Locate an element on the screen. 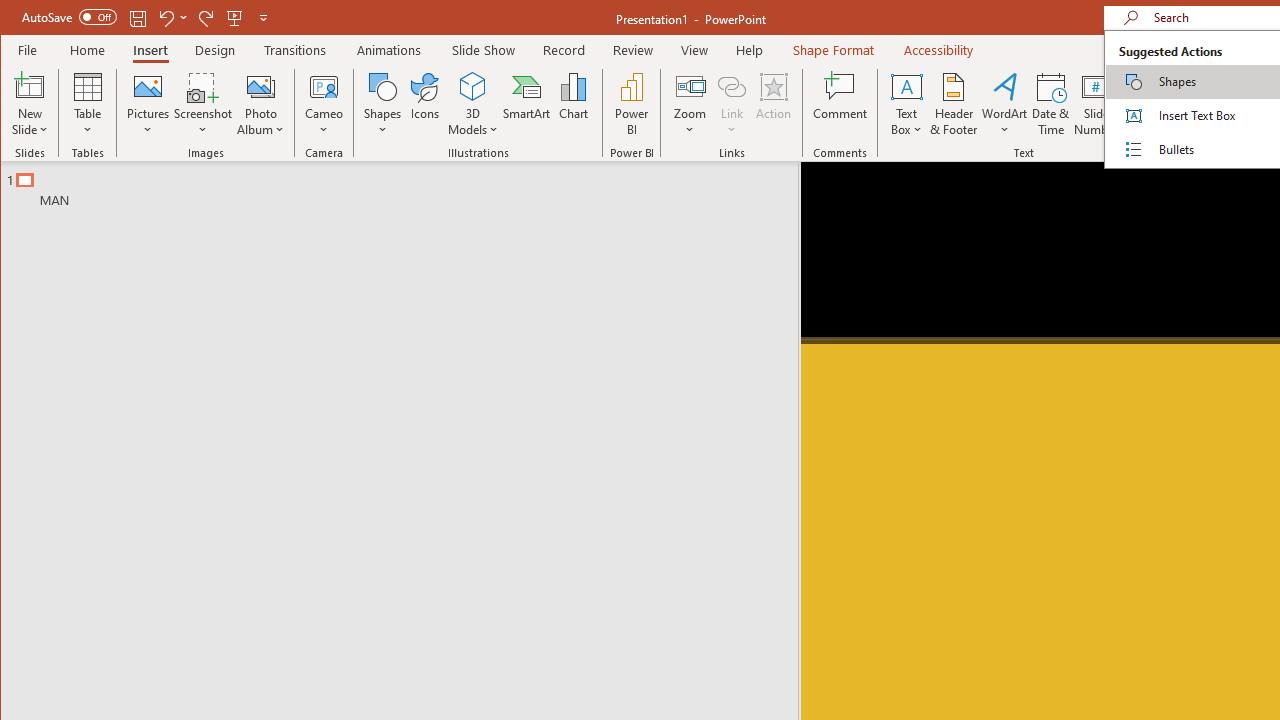 This screenshot has width=1280, height=720. 'Chart...' is located at coordinates (573, 104).